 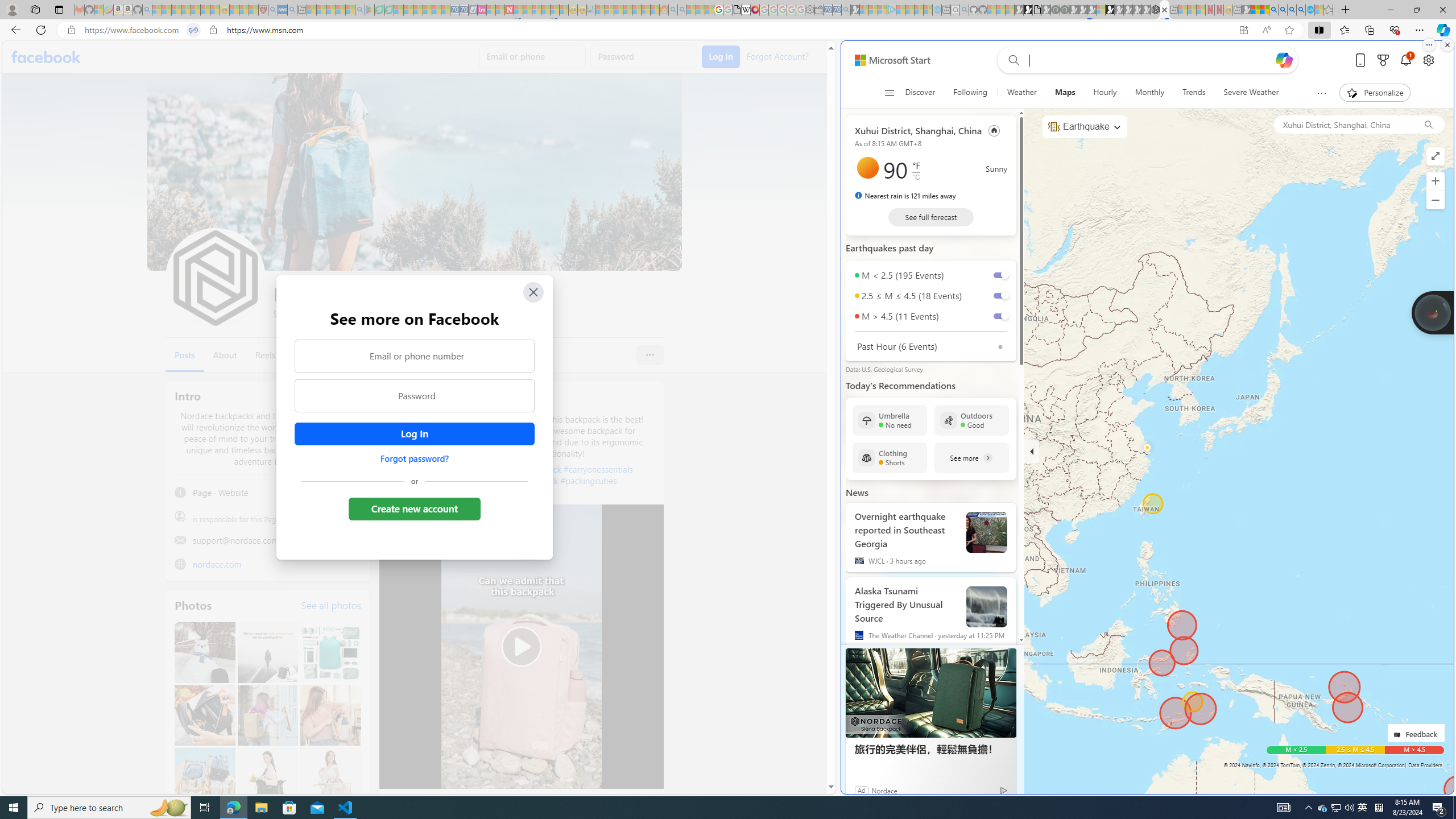 I want to click on 'Enter full screen mode', so click(x=1435, y=156).